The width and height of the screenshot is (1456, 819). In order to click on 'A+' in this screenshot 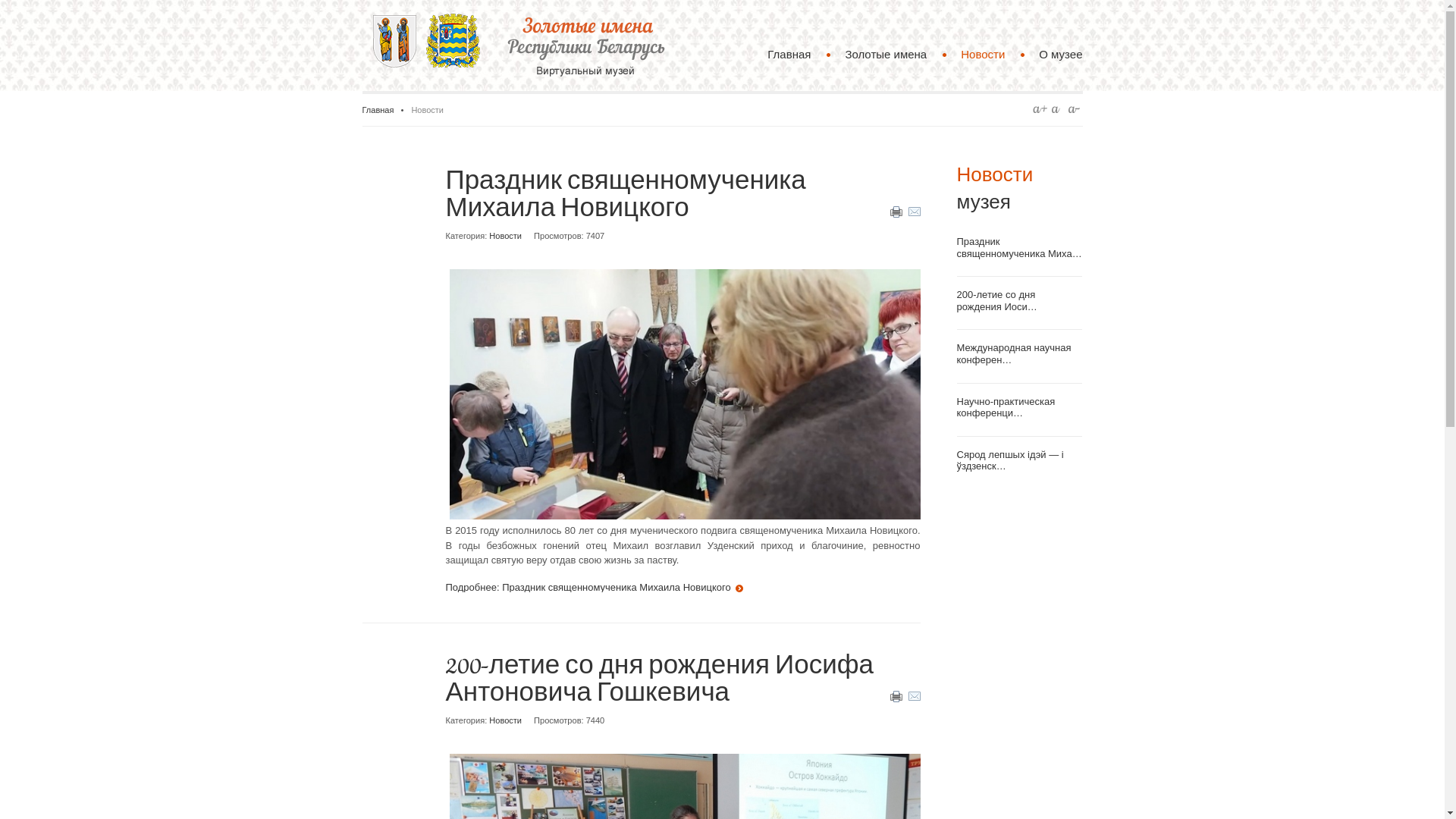, I will do `click(1040, 108)`.